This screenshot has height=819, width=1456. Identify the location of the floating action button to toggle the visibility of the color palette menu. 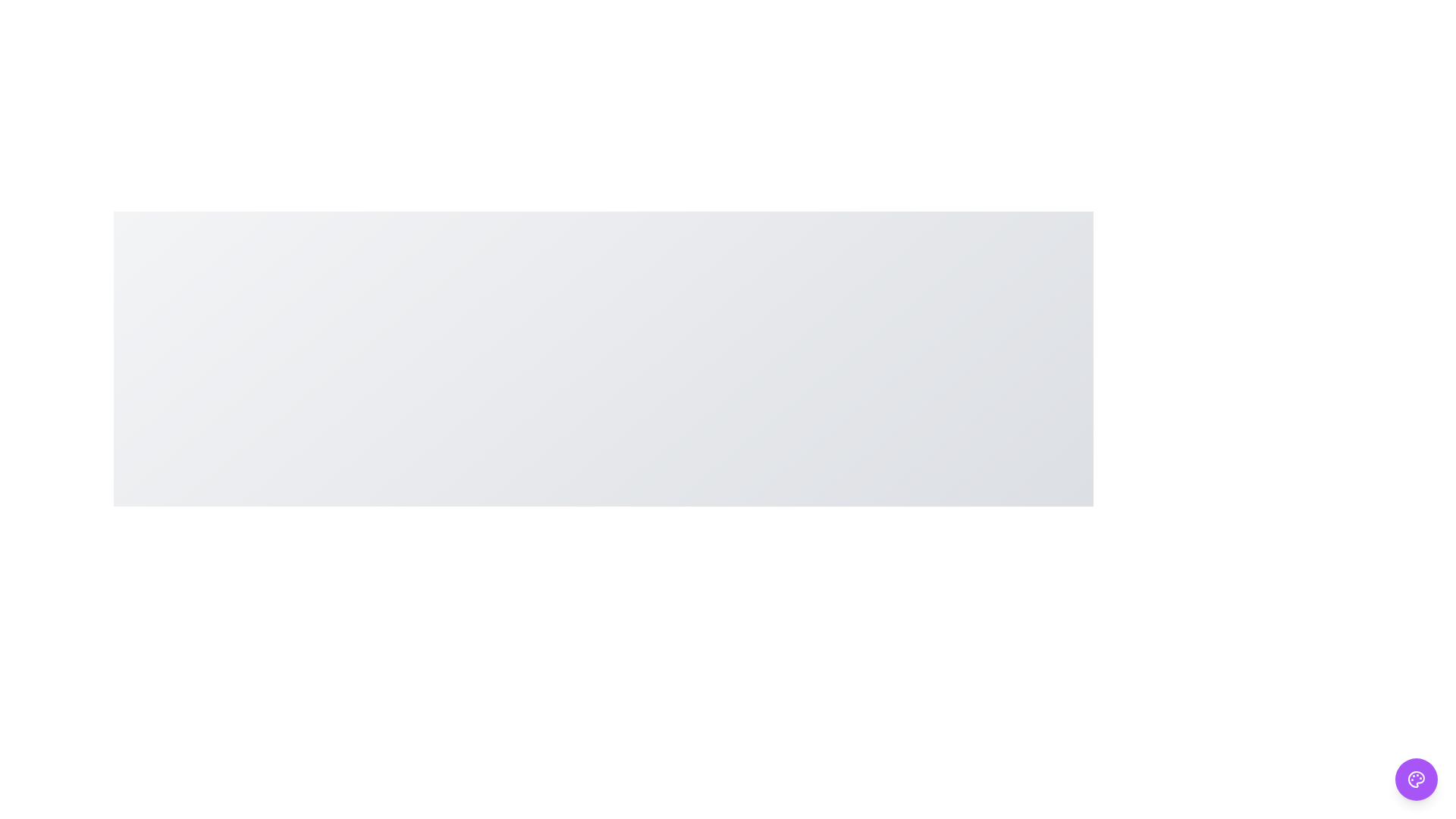
(1415, 780).